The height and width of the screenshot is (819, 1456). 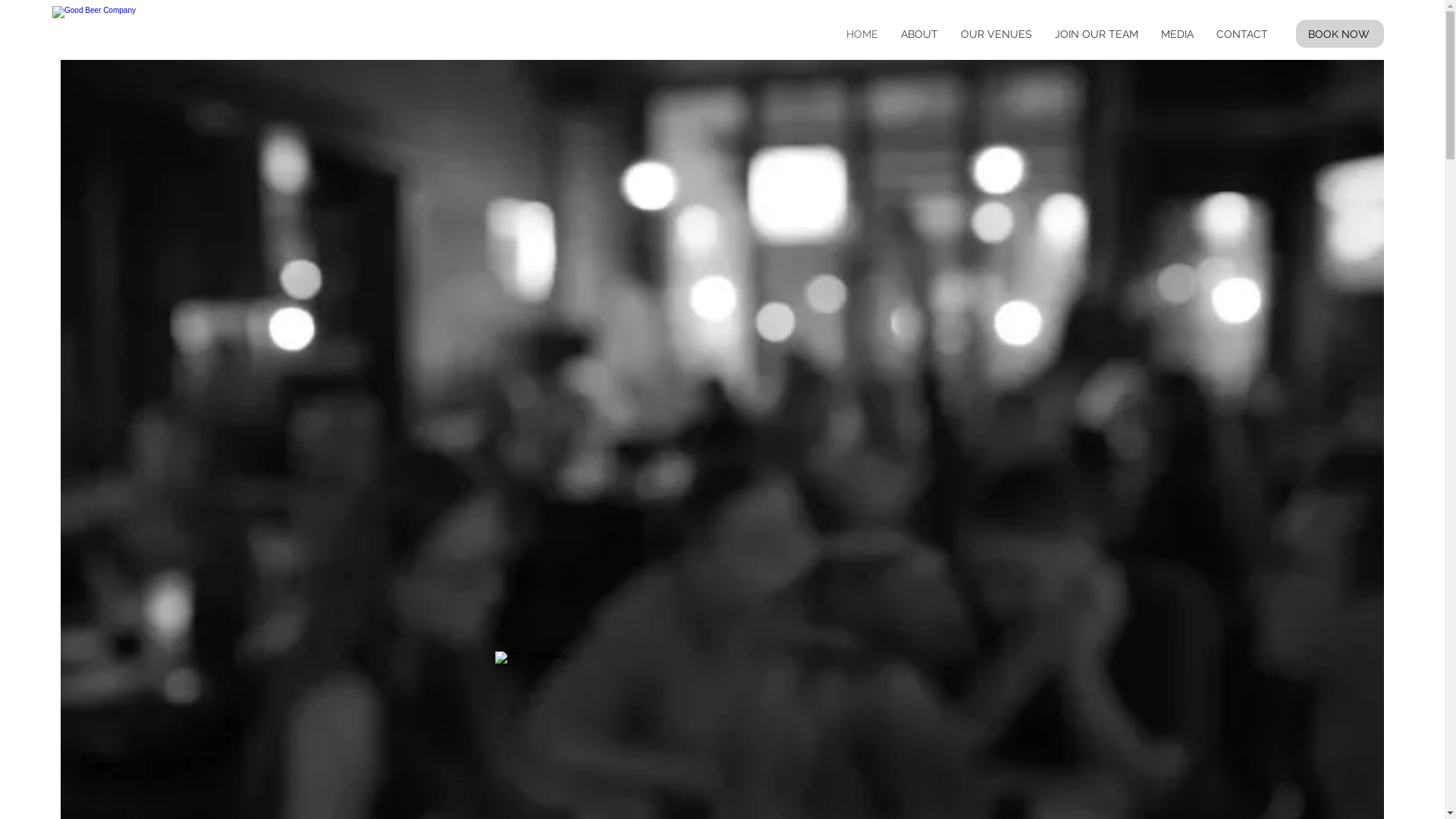 What do you see at coordinates (1096, 34) in the screenshot?
I see `'JOIN OUR TEAM'` at bounding box center [1096, 34].